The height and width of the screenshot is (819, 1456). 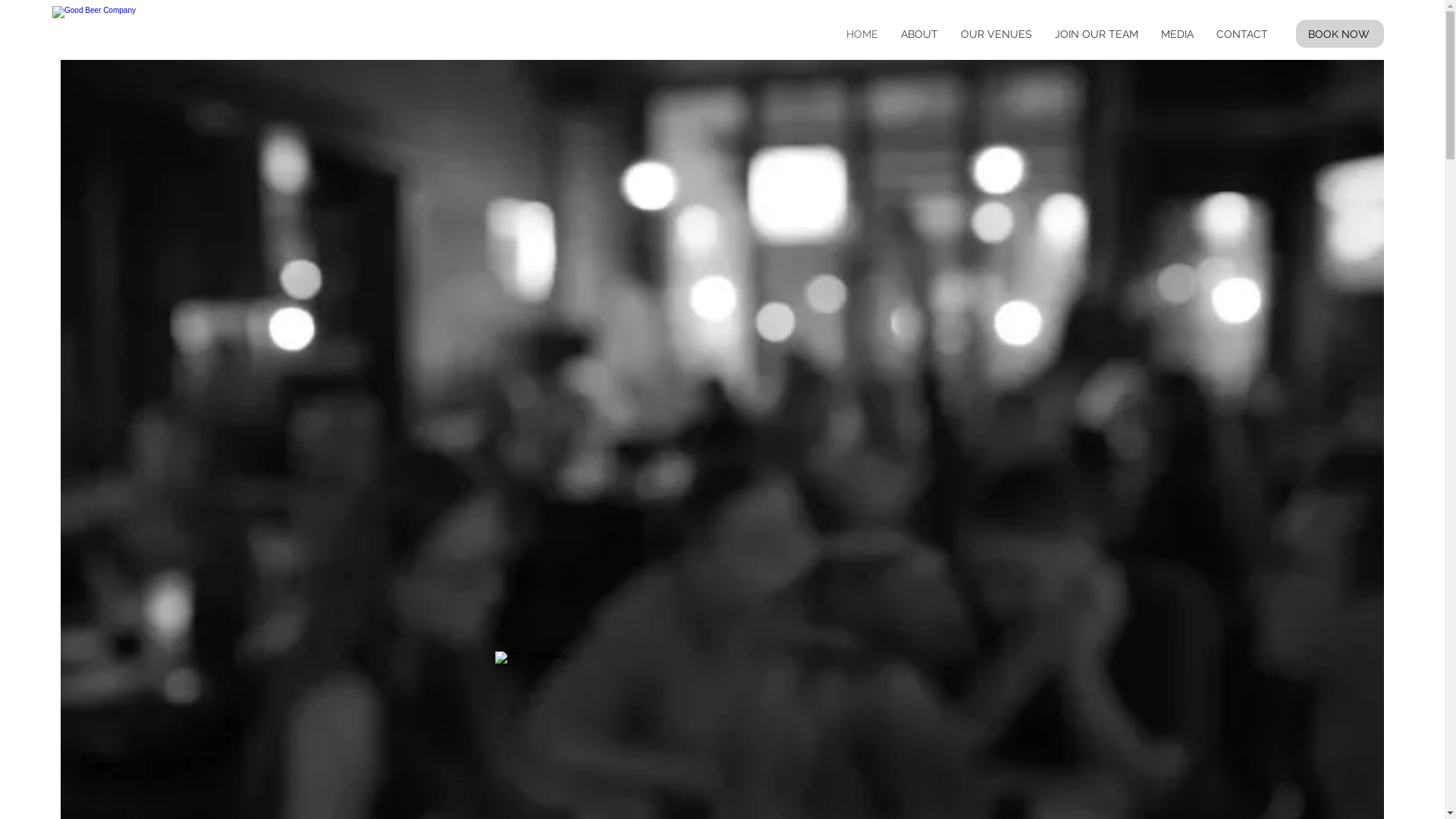 What do you see at coordinates (1096, 34) in the screenshot?
I see `'JOIN OUR TEAM'` at bounding box center [1096, 34].